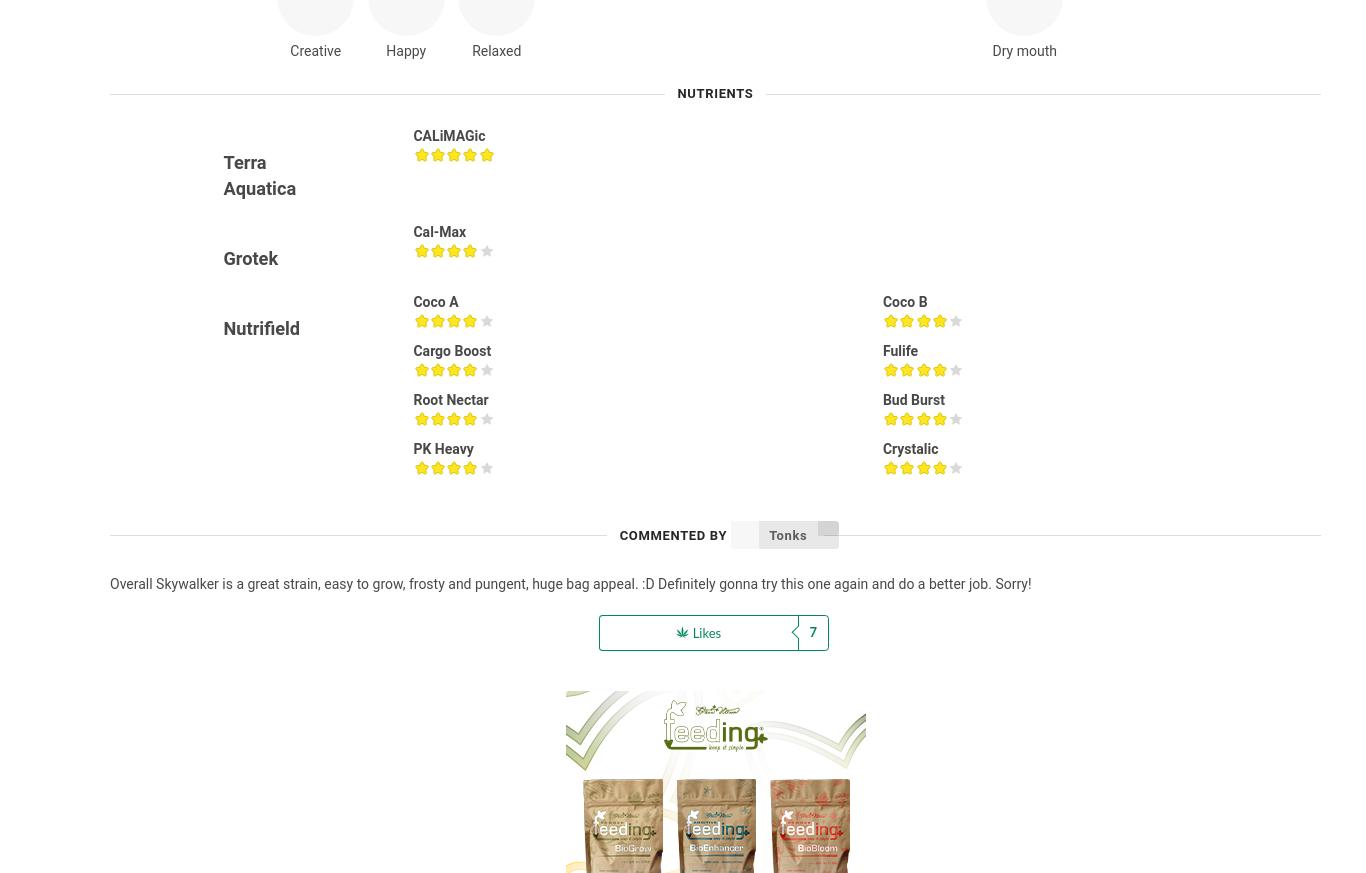 Image resolution: width=1366 pixels, height=873 pixels. I want to click on 'Commented by', so click(673, 533).